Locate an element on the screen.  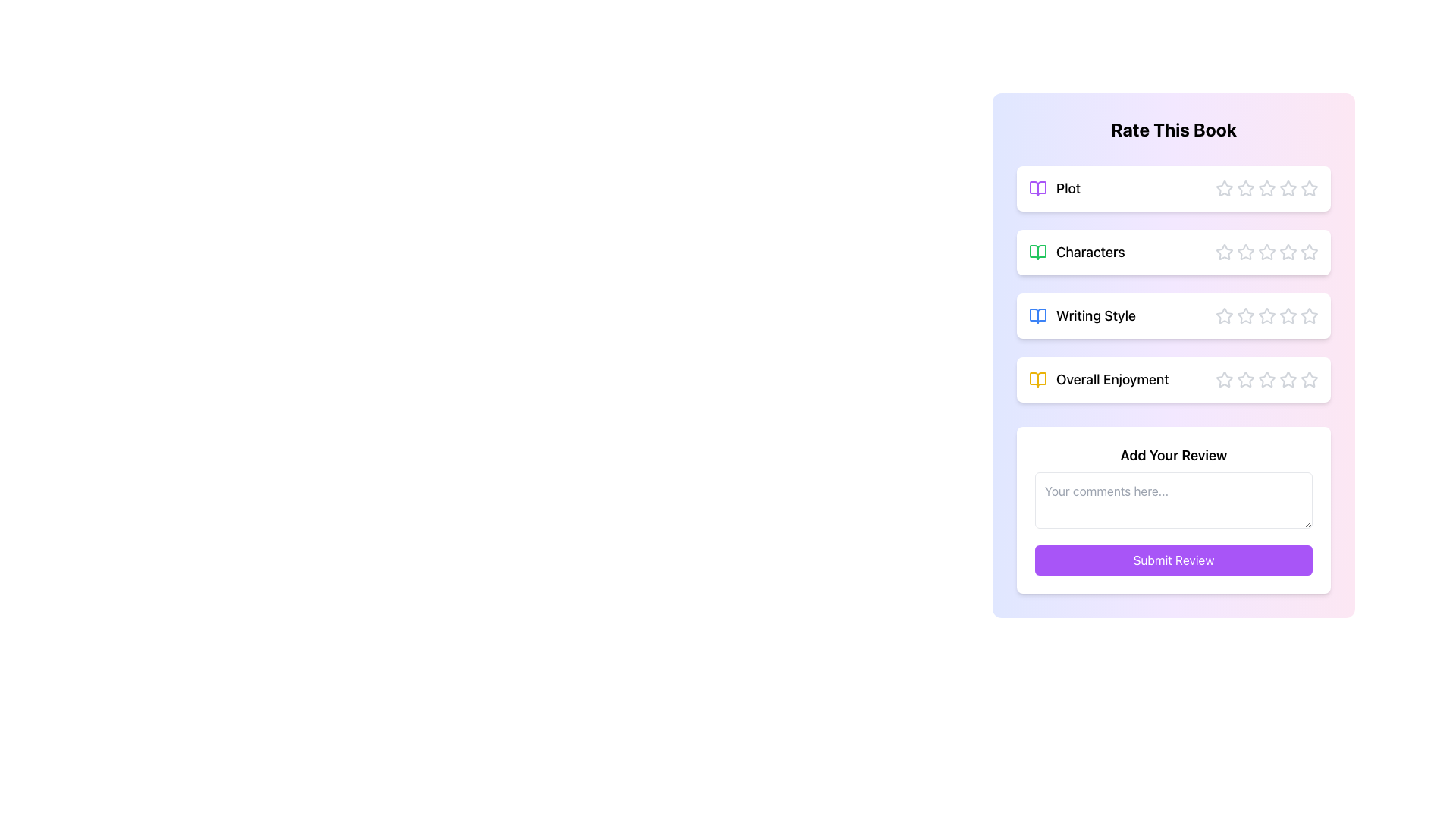
the prominently styled header that reads 'Rate This Book', which is center-aligned and positioned at the top of the review interface is located at coordinates (1173, 128).